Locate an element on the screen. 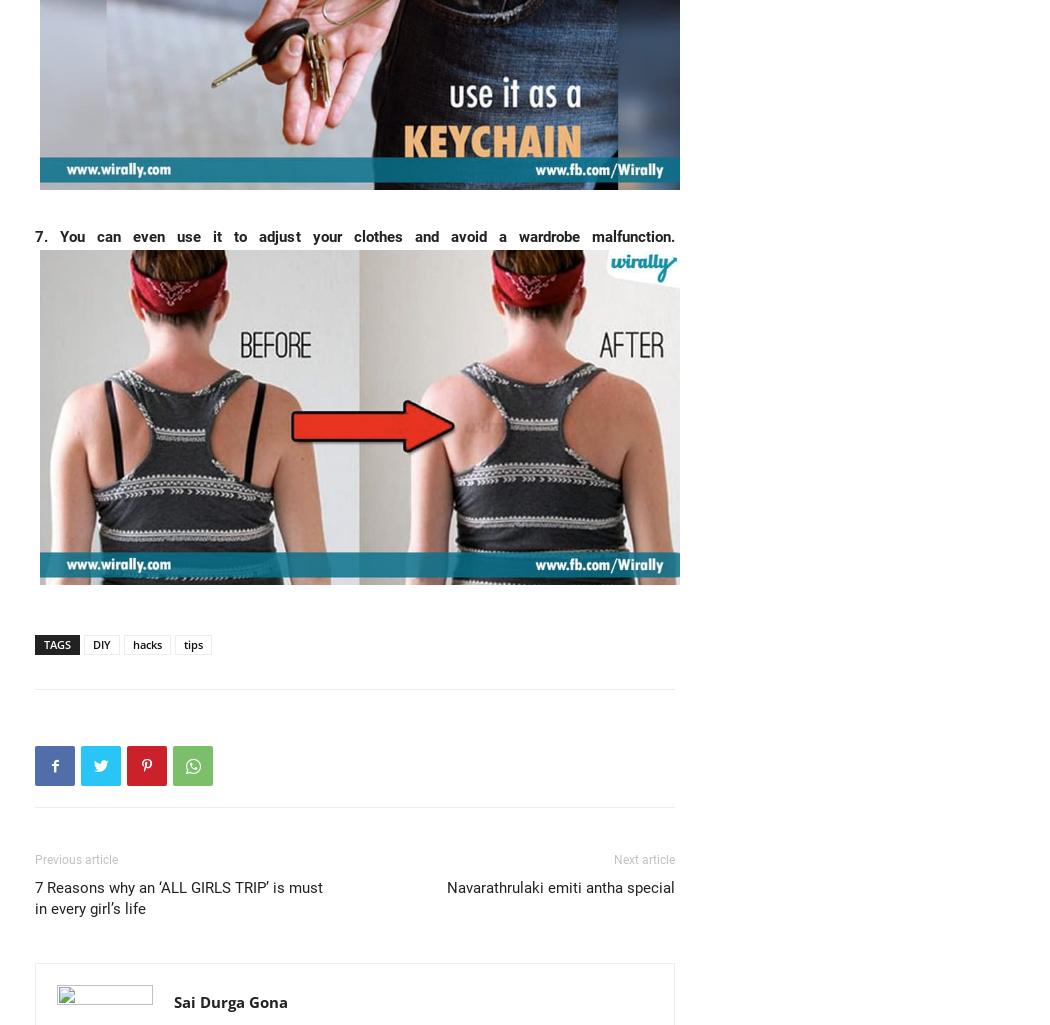 The width and height of the screenshot is (1050, 1025). 'Sai Durga Gona' is located at coordinates (231, 1001).